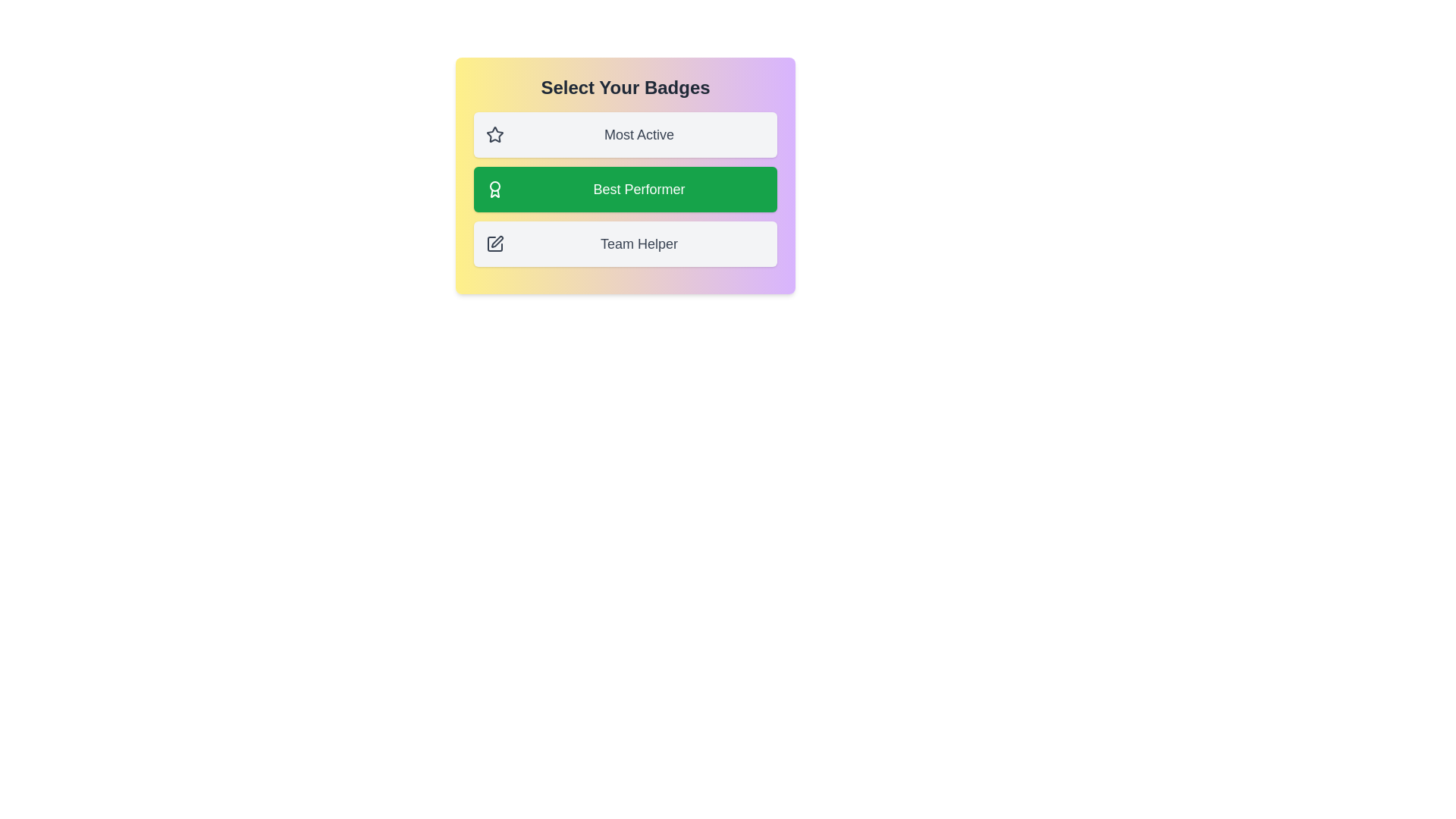 This screenshot has height=819, width=1456. Describe the element at coordinates (626, 189) in the screenshot. I see `the badge item Best Performer` at that location.